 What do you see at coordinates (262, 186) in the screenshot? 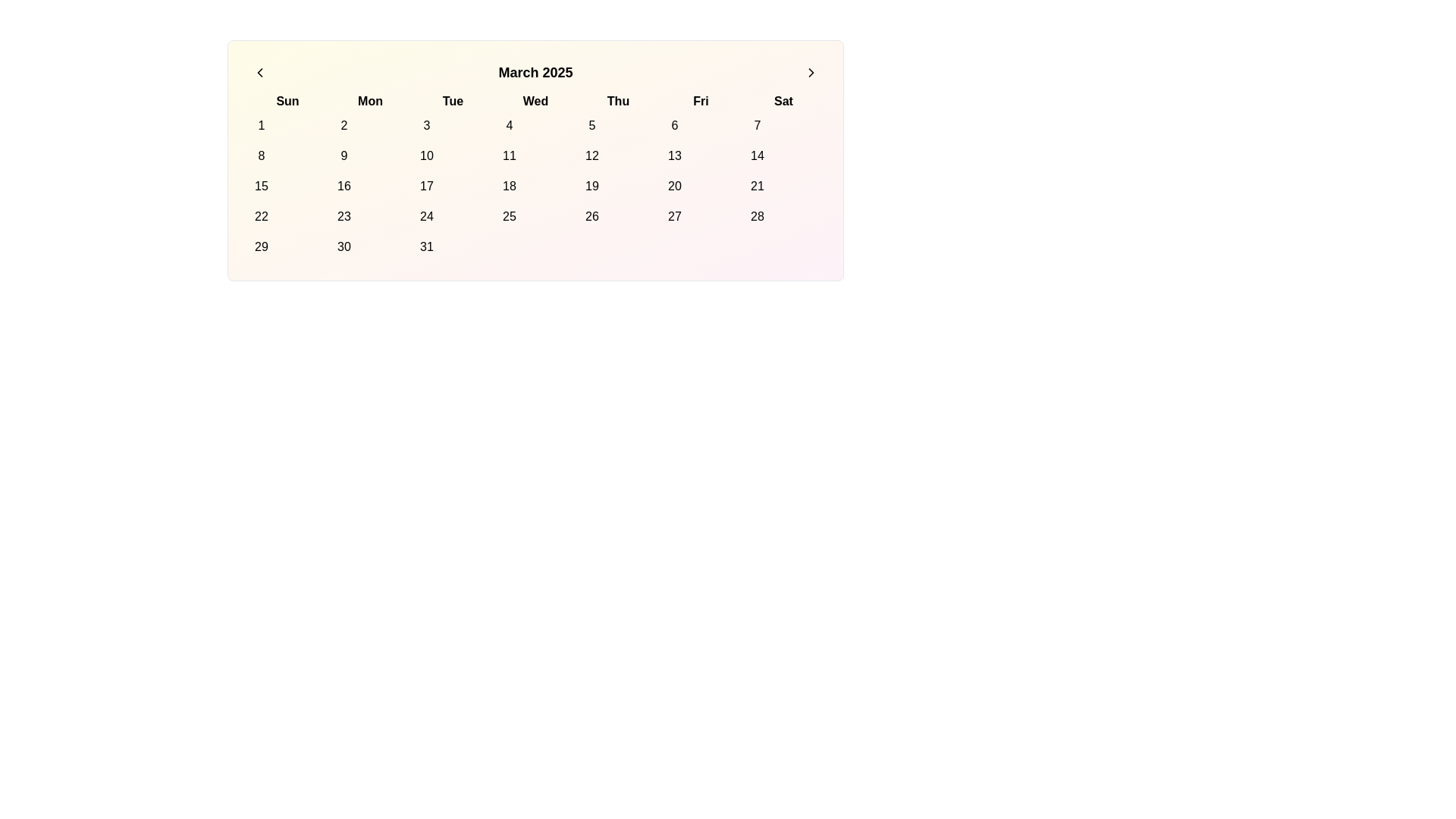
I see `the circular calendar day button labeled '15'` at bounding box center [262, 186].